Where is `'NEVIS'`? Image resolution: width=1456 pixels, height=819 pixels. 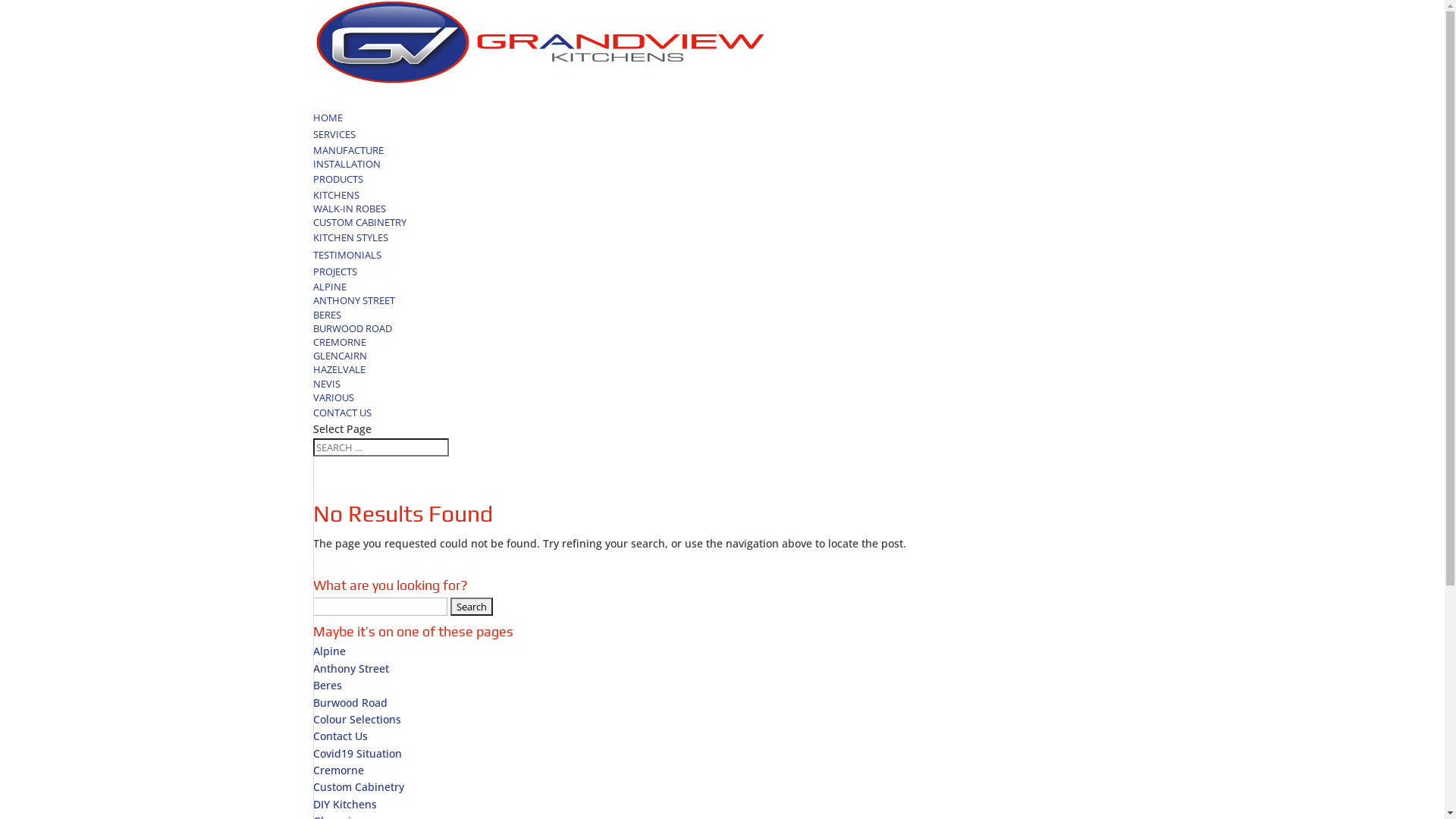 'NEVIS' is located at coordinates (325, 382).